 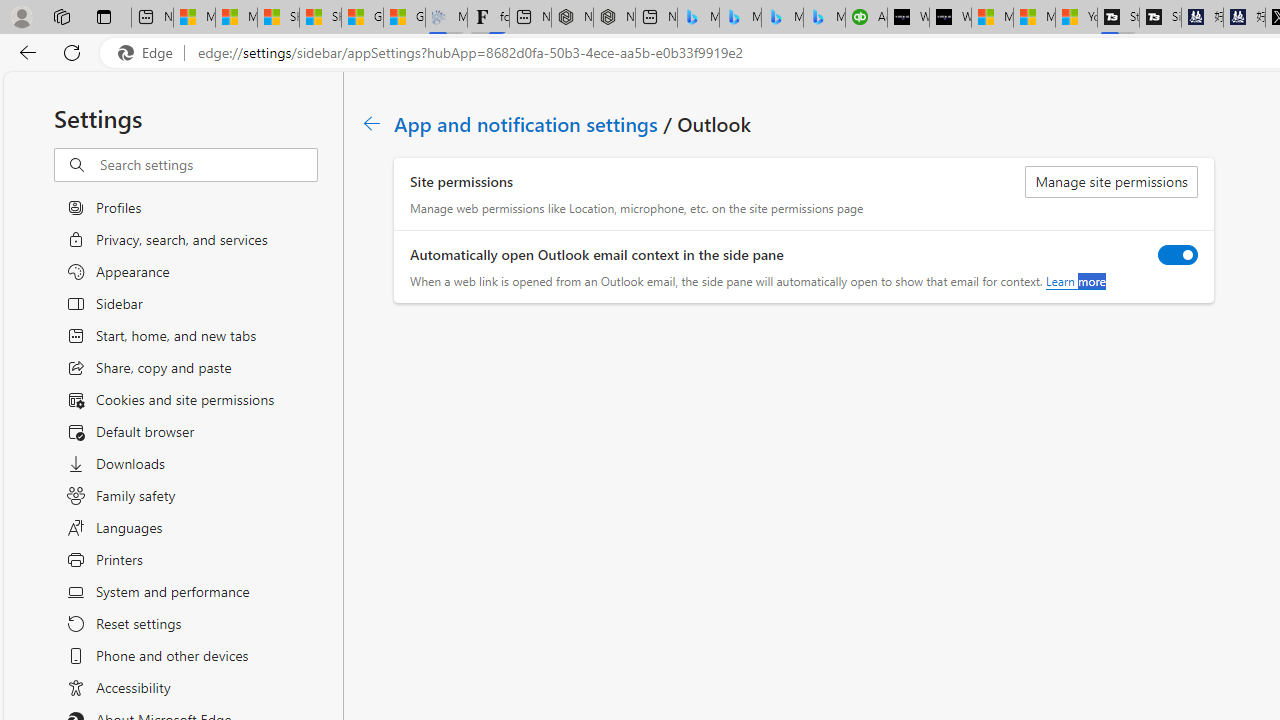 What do you see at coordinates (866, 17) in the screenshot?
I see `'Accounting Software for Accountants, CPAs and Bookkeepers'` at bounding box center [866, 17].